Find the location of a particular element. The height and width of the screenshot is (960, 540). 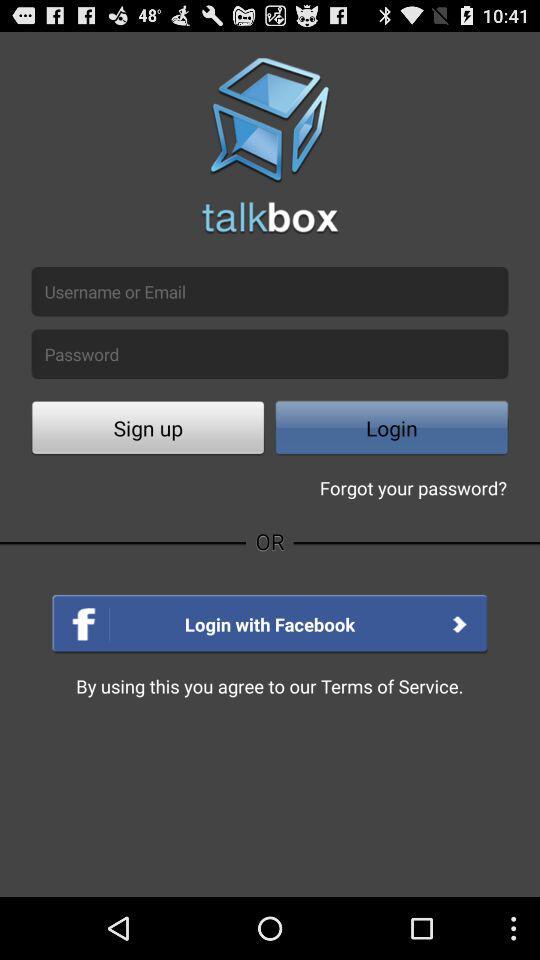

blue button right to sign up option is located at coordinates (391, 430).